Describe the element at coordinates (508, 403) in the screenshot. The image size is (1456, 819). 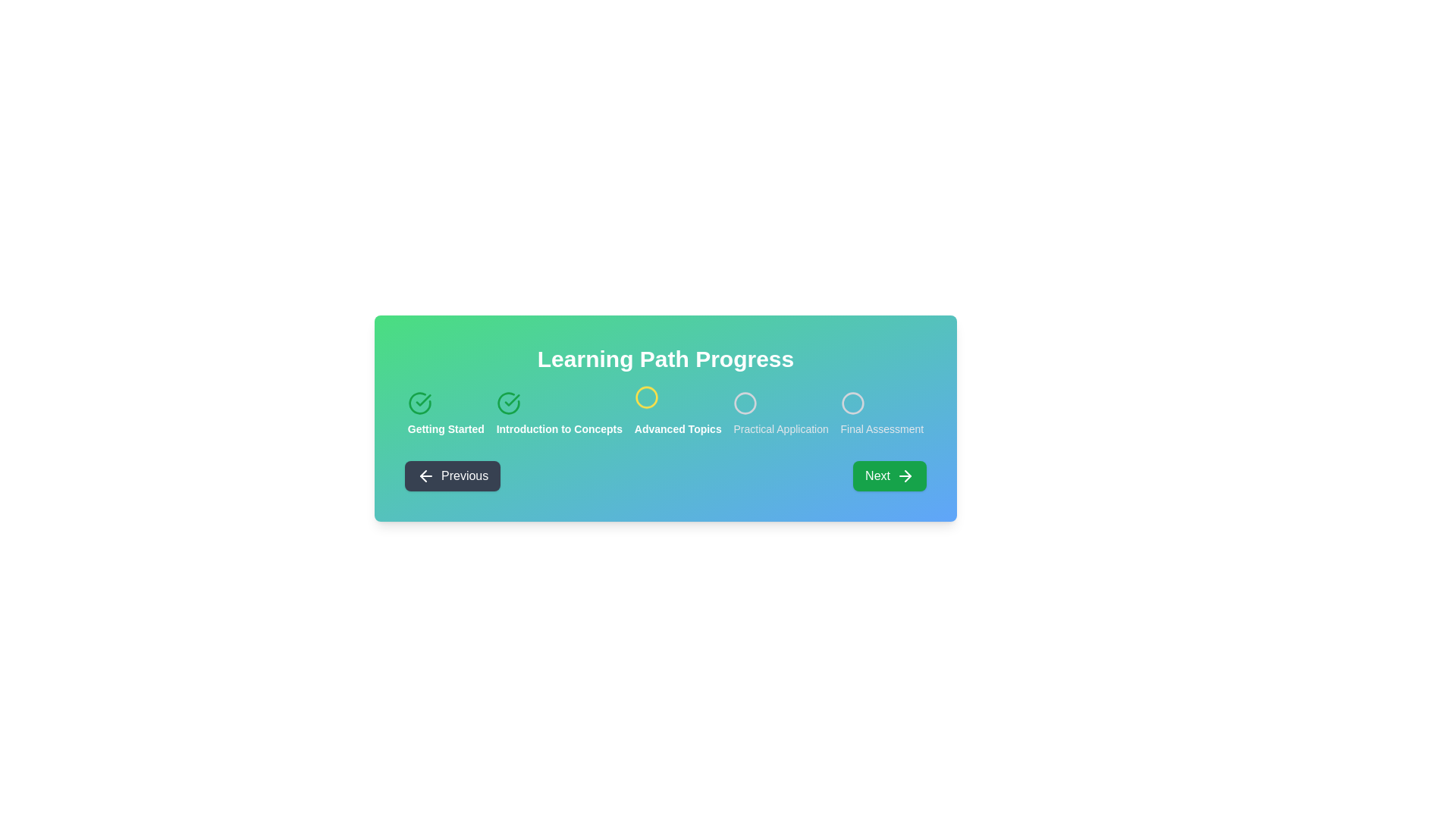
I see `the progress indicator icon that marks the 'Introduction to Concepts' stage as completed, located in the second position of the progress tracker` at that location.